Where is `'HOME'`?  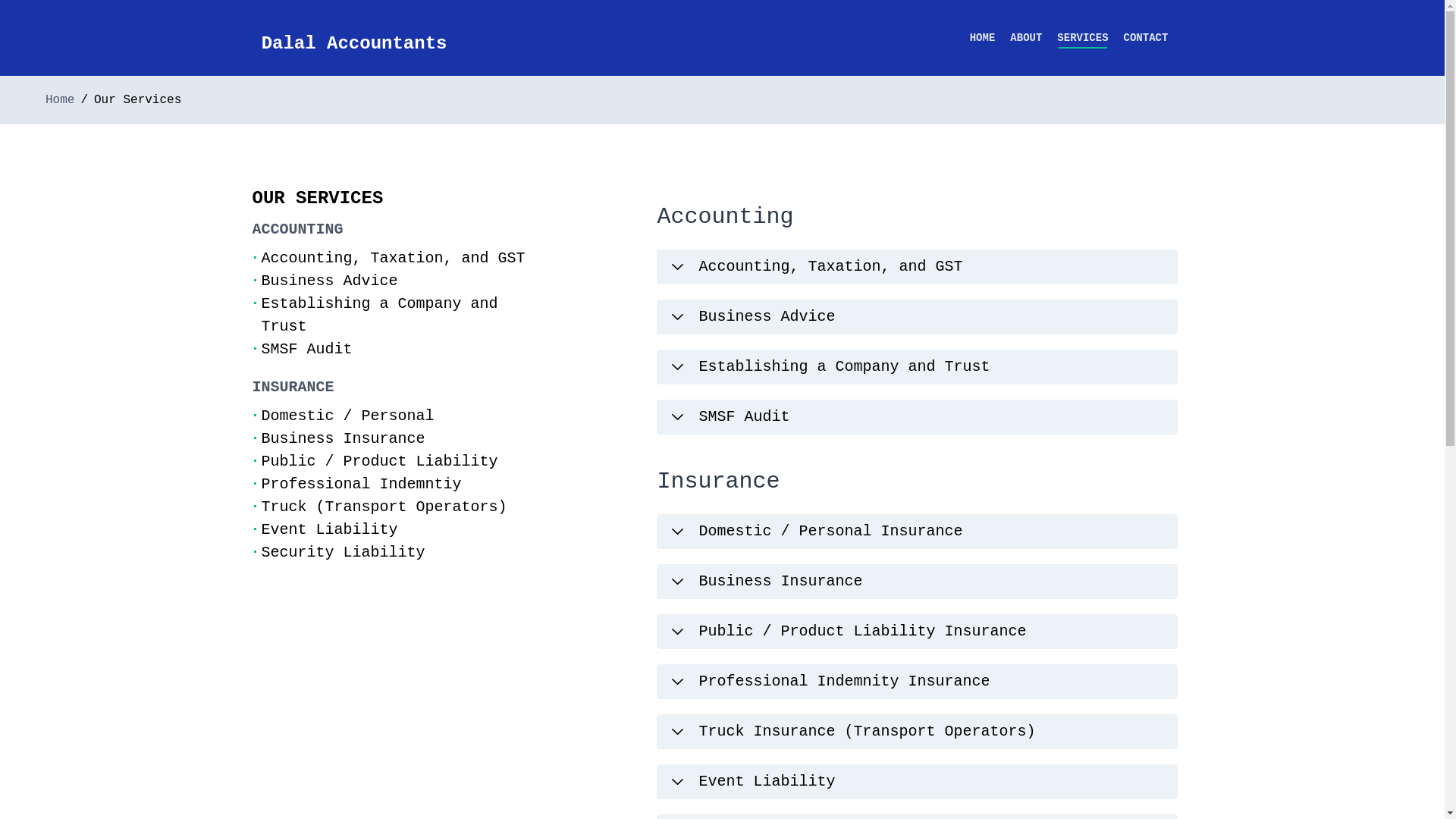
'HOME' is located at coordinates (968, 37).